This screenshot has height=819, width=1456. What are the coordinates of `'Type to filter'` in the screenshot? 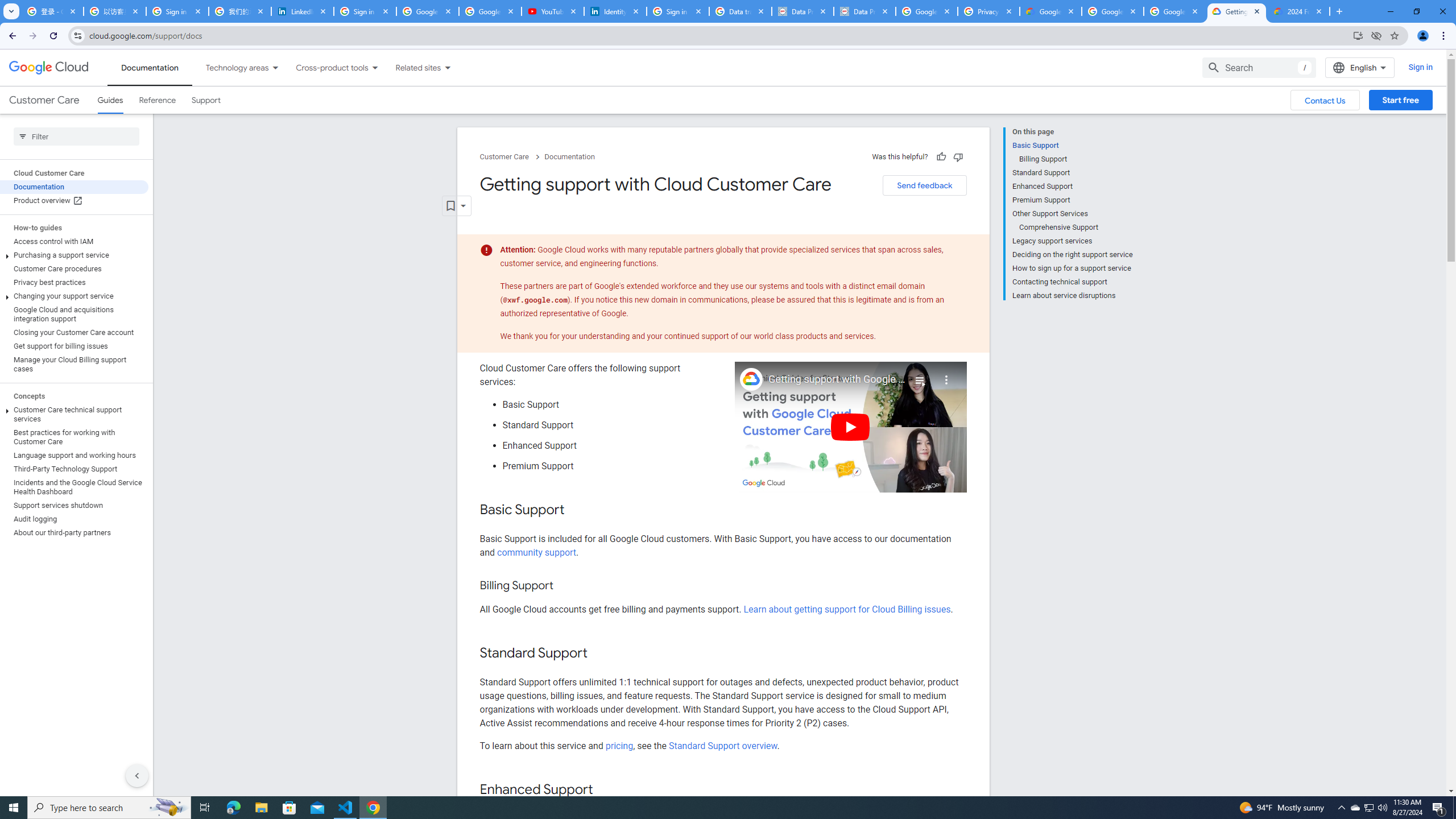 It's located at (76, 136).